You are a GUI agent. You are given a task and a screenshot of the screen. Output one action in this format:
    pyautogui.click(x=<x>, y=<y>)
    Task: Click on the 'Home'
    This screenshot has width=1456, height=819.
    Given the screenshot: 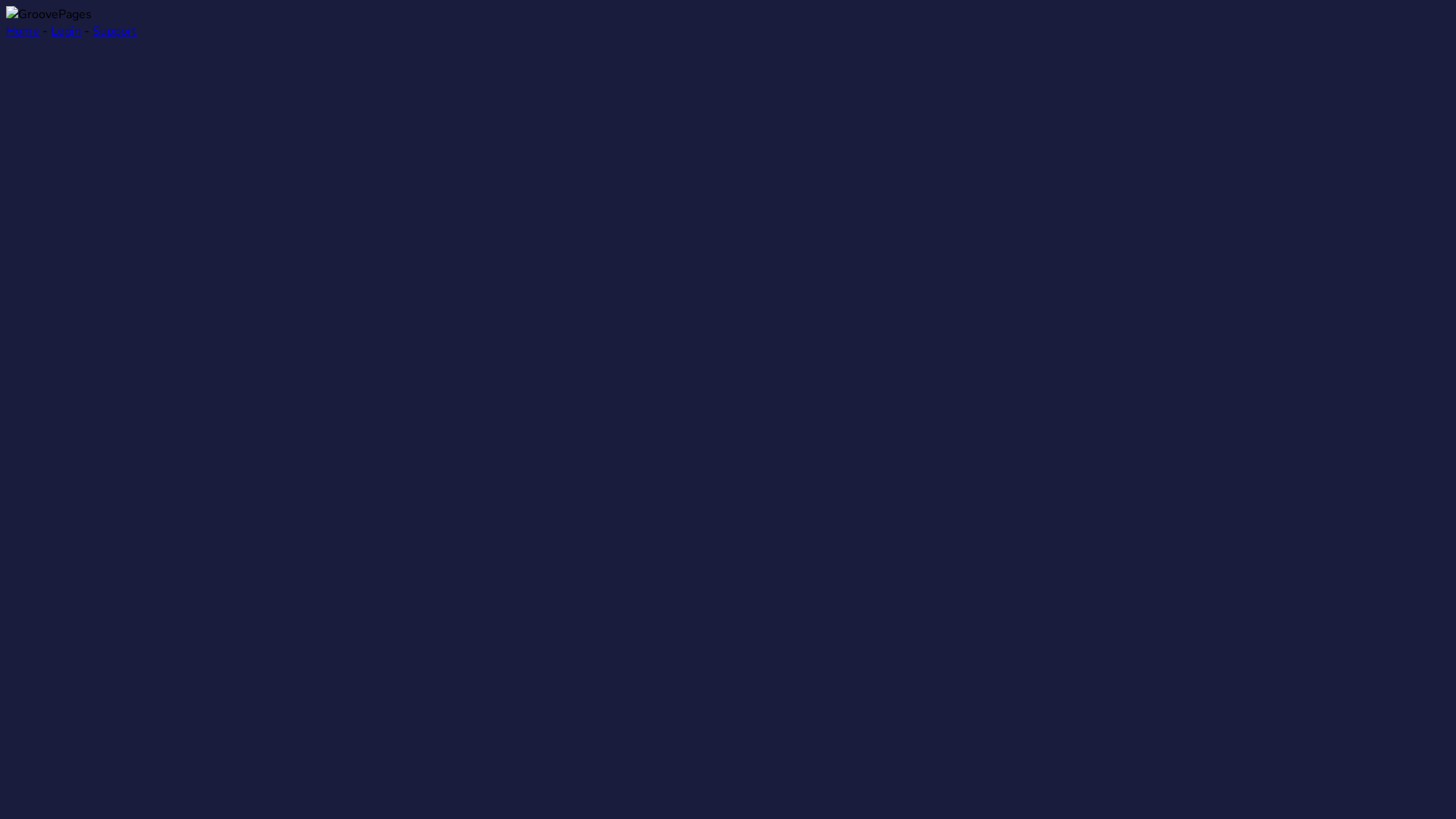 What is the action you would take?
    pyautogui.click(x=22, y=31)
    